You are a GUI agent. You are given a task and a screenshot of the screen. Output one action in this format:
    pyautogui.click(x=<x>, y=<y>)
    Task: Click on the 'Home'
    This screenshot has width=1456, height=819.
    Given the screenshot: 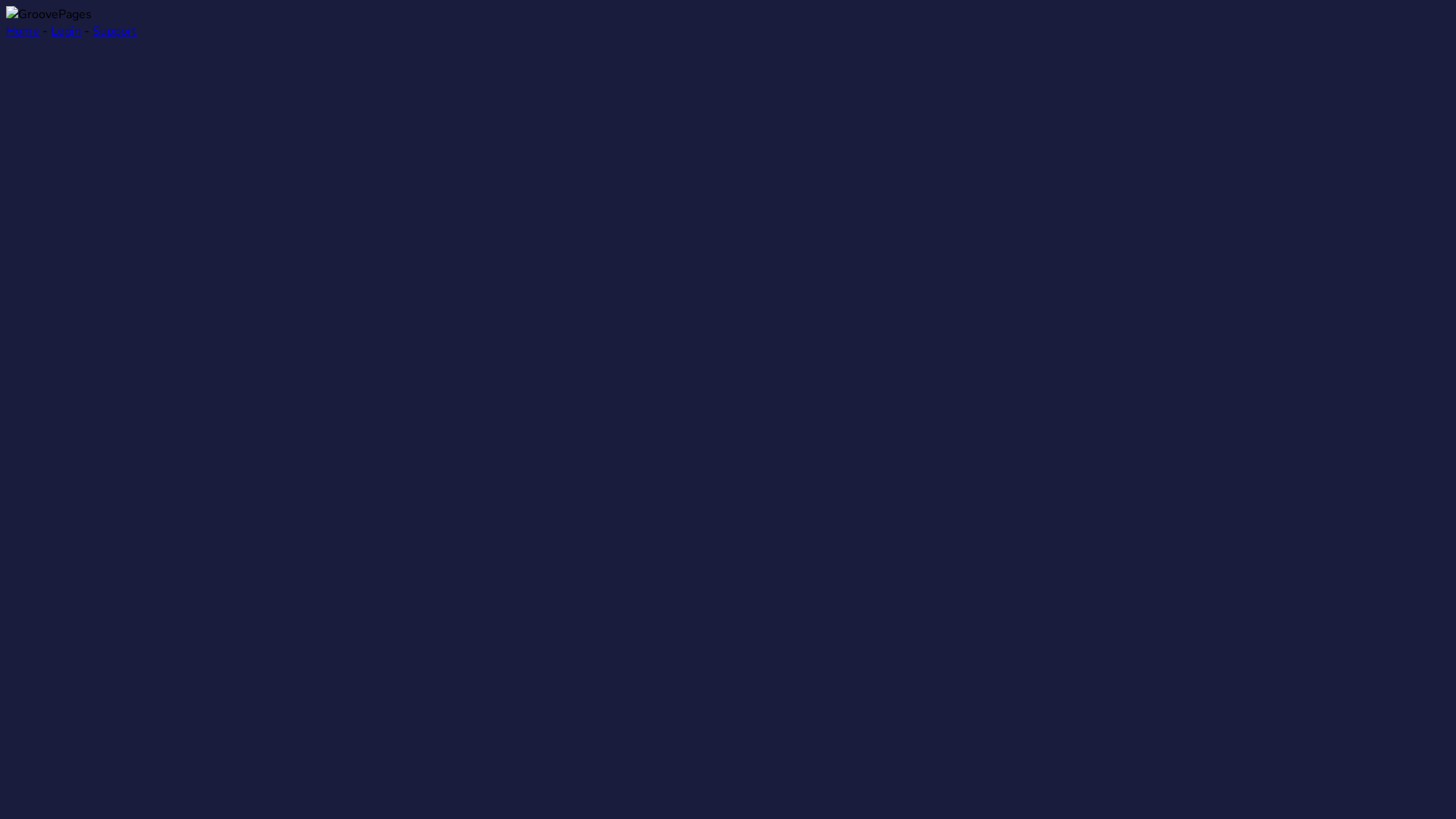 What is the action you would take?
    pyautogui.click(x=22, y=31)
    